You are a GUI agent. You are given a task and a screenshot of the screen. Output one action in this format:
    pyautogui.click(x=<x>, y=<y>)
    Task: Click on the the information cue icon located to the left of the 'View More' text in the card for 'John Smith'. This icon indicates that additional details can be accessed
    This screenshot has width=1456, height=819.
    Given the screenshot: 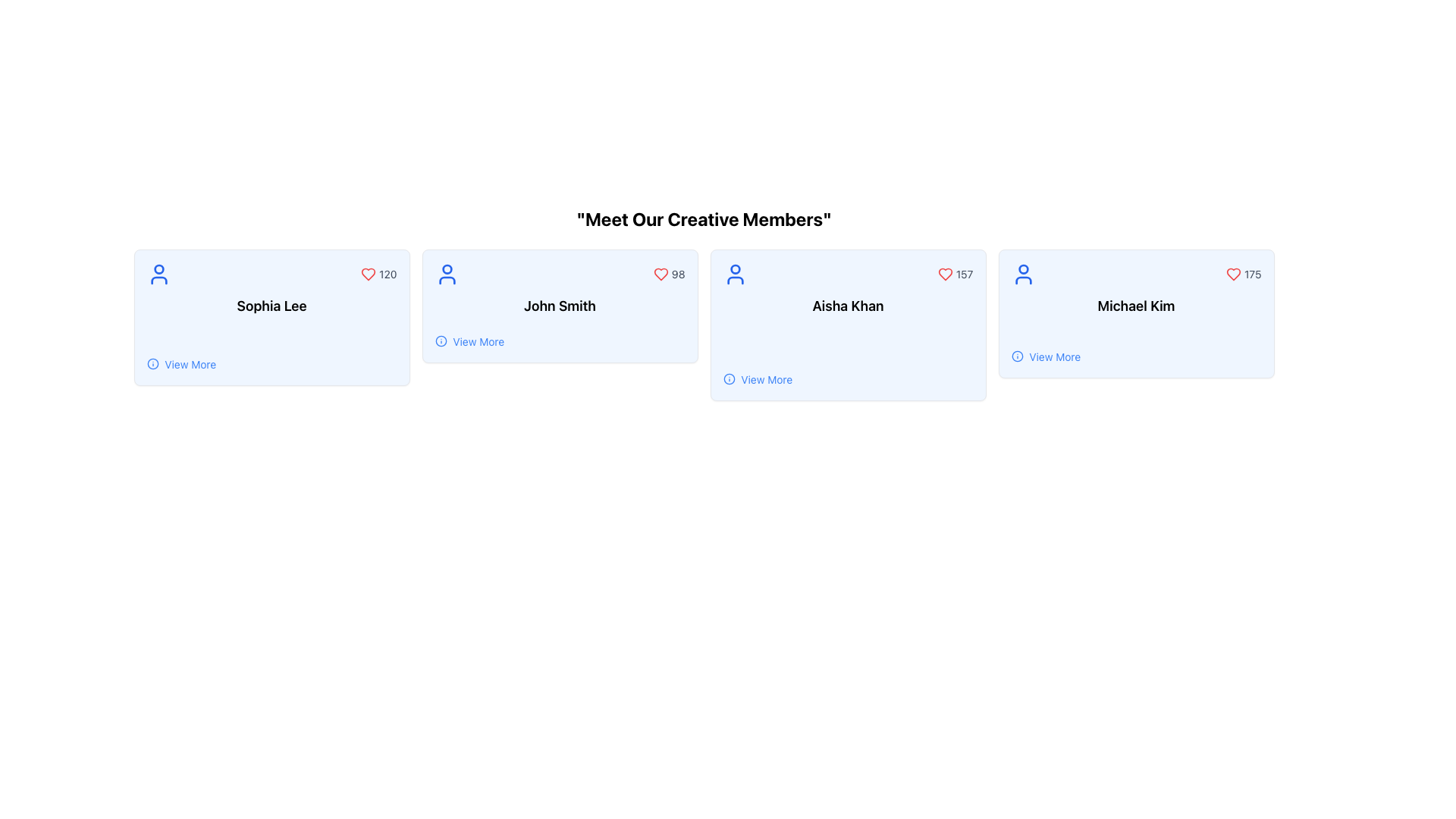 What is the action you would take?
    pyautogui.click(x=440, y=341)
    